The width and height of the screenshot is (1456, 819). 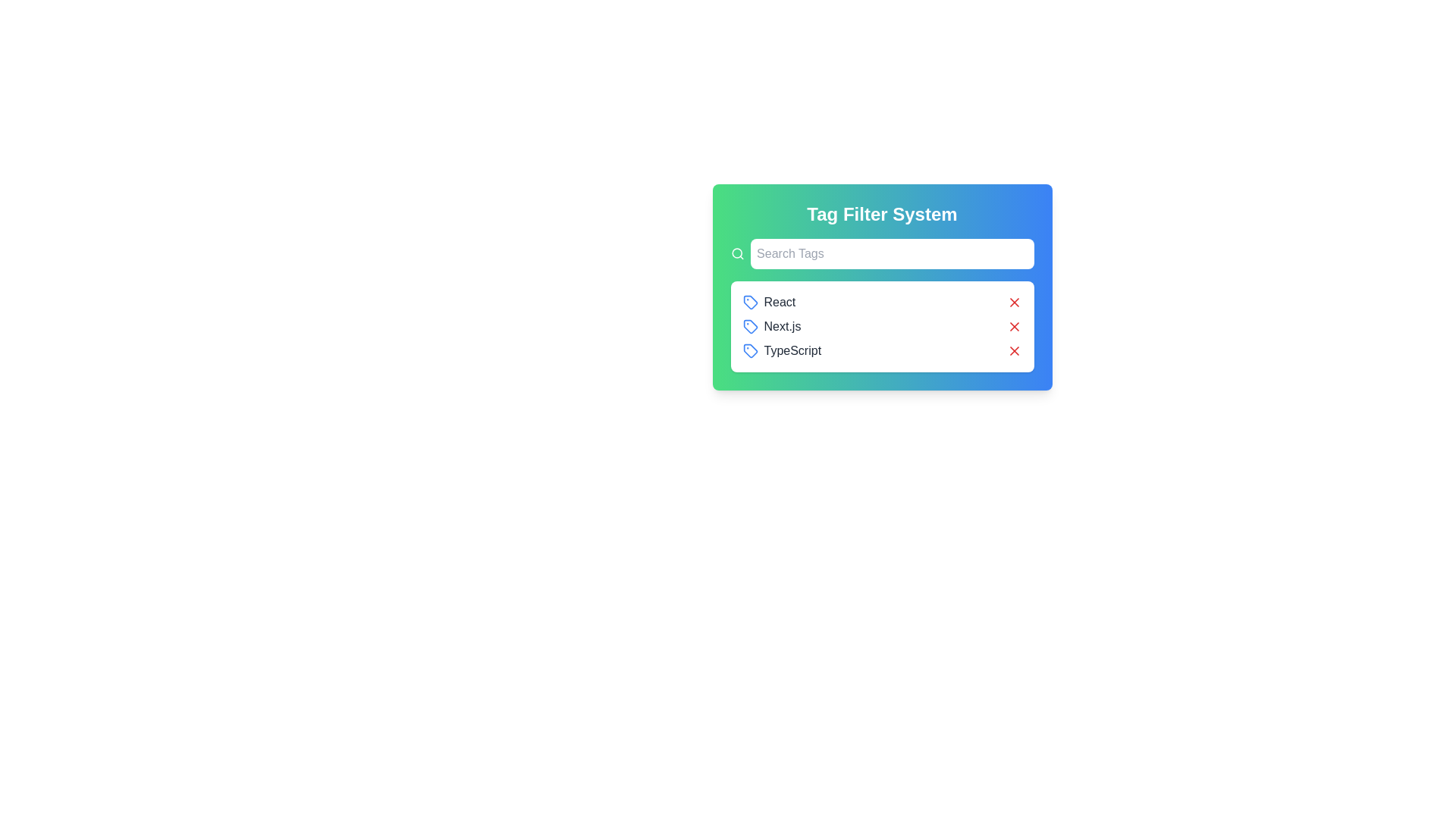 I want to click on the List item labeled 'Next.js', which includes a blue tag icon and black text, so click(x=771, y=326).